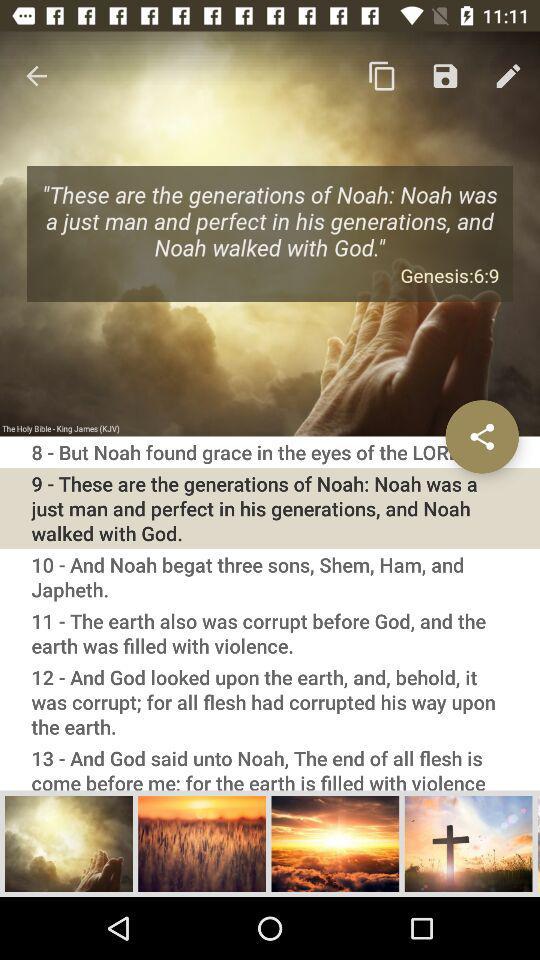 This screenshot has height=960, width=540. What do you see at coordinates (36, 76) in the screenshot?
I see `icon at the top left corner` at bounding box center [36, 76].